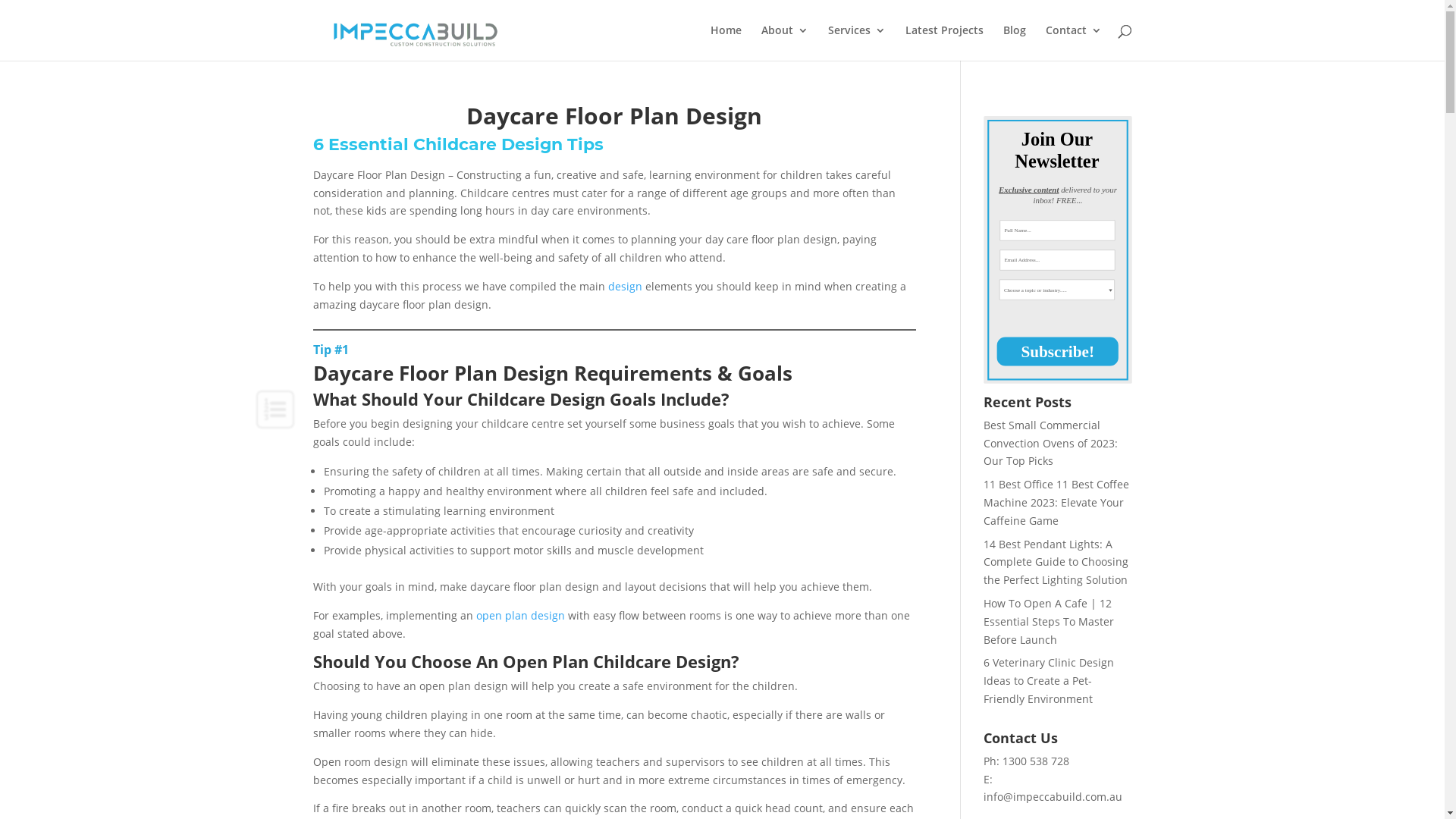 This screenshot has height=819, width=1456. I want to click on 'Home', so click(724, 42).